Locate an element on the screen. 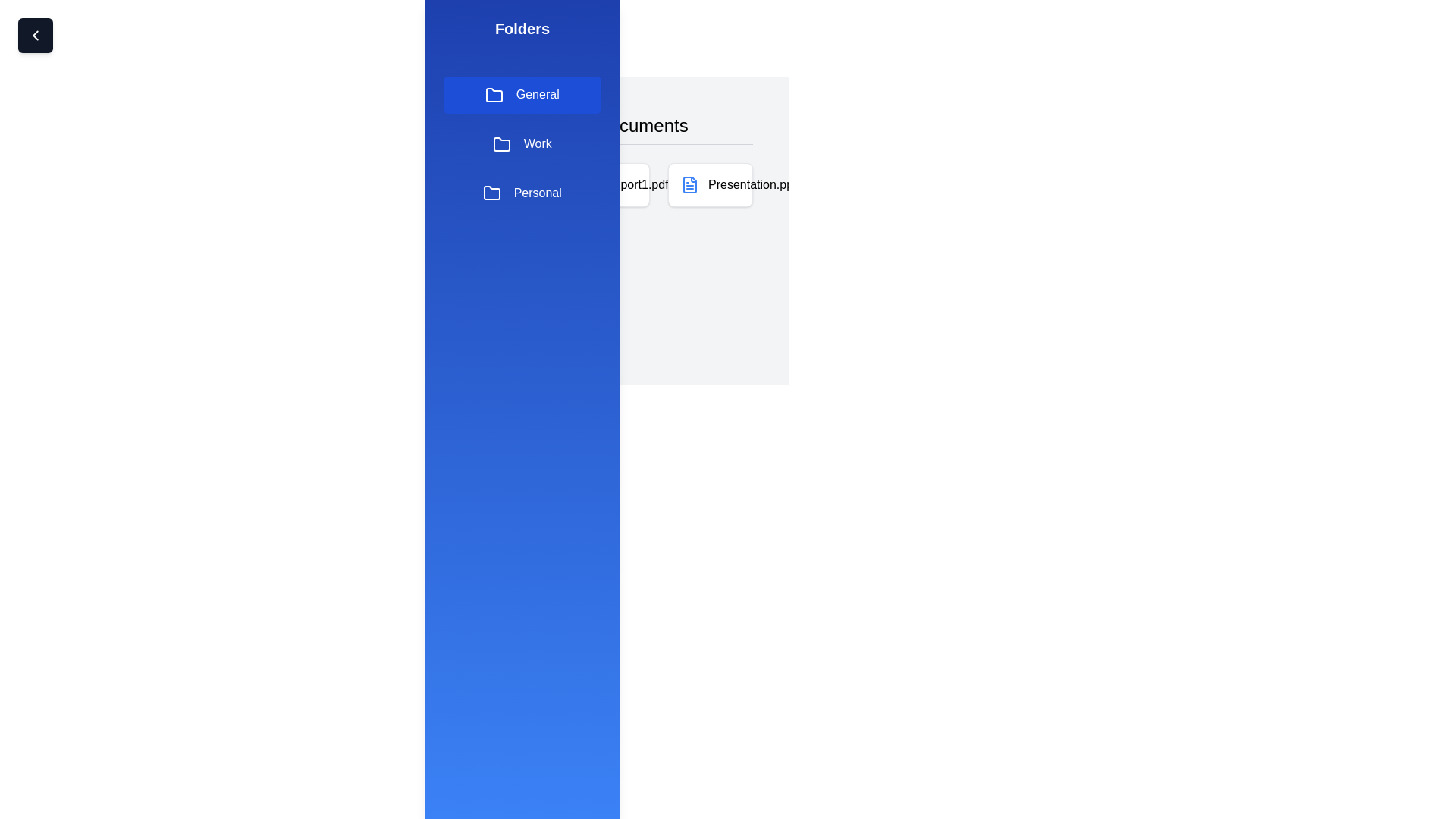  the 'Personal' folder option is located at coordinates (607, 222).